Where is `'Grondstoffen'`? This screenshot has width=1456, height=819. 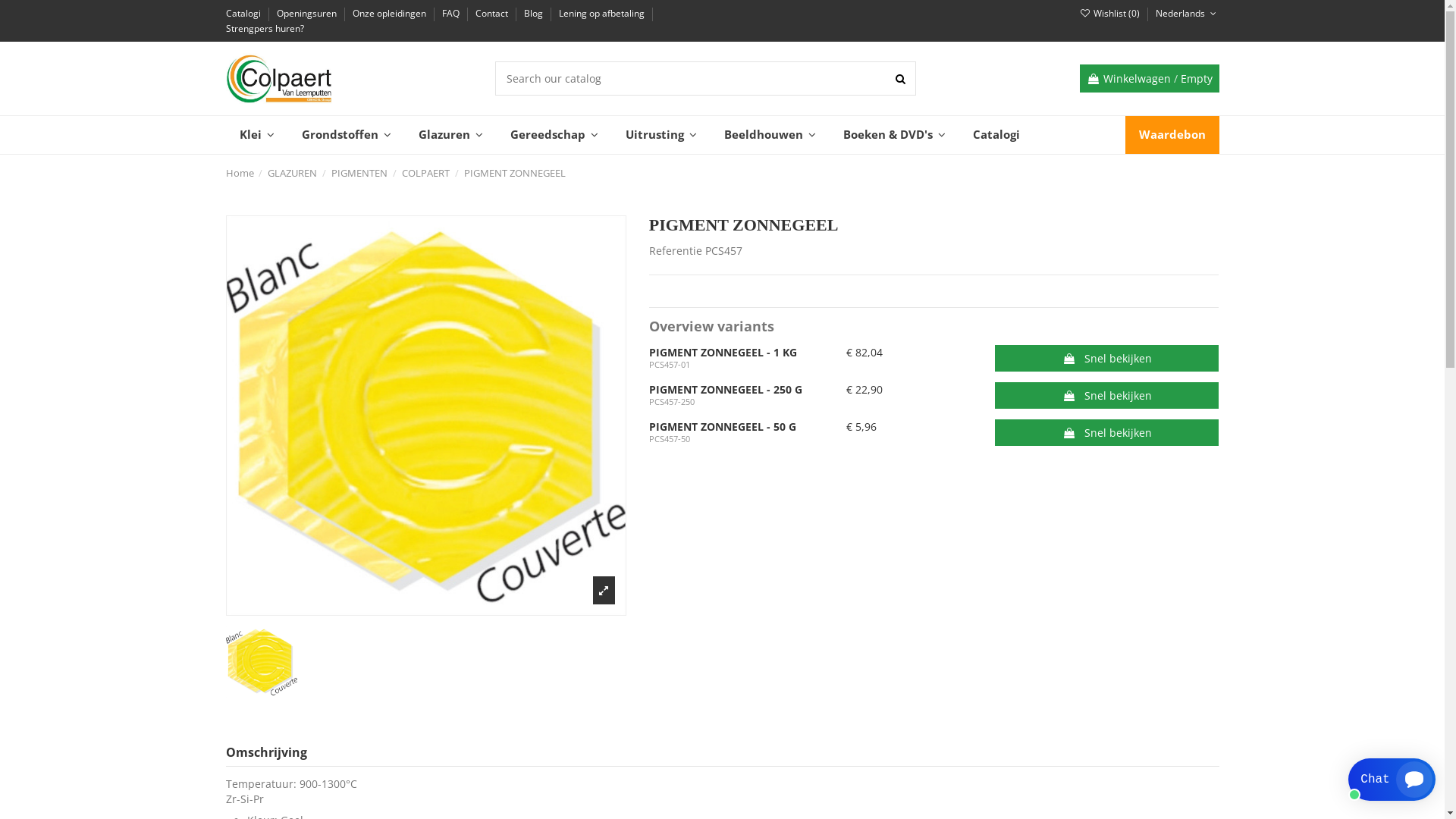
'Grondstoffen' is located at coordinates (345, 133).